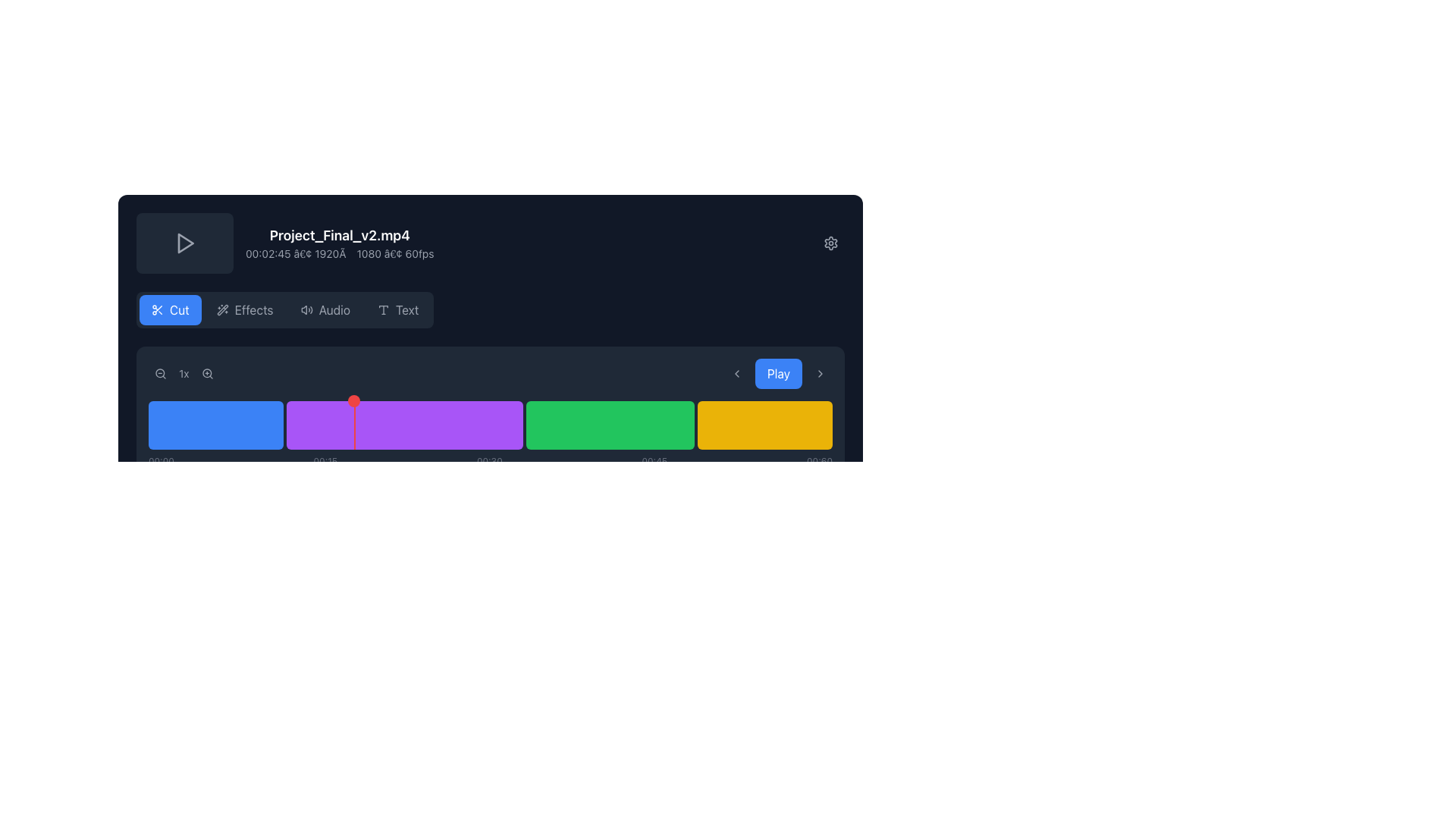  What do you see at coordinates (170, 309) in the screenshot?
I see `the 'Cut' button located at the top left of the panel` at bounding box center [170, 309].